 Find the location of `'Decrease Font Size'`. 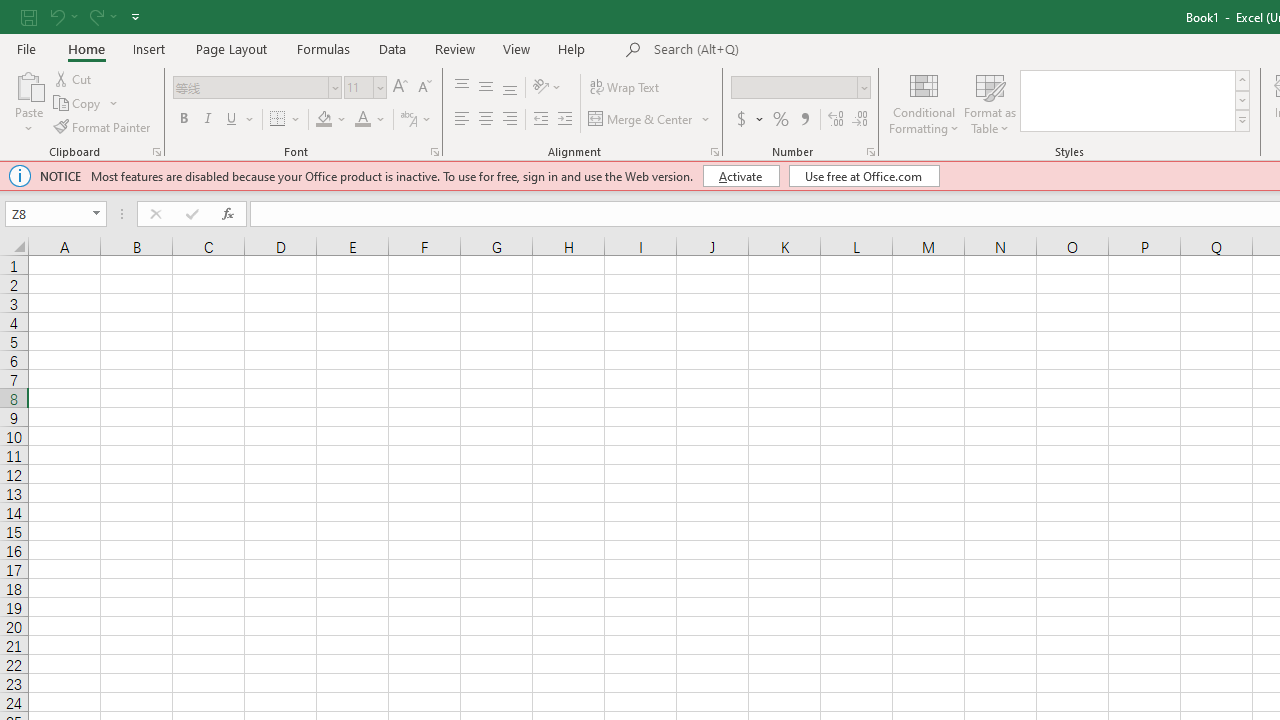

'Decrease Font Size' is located at coordinates (423, 86).